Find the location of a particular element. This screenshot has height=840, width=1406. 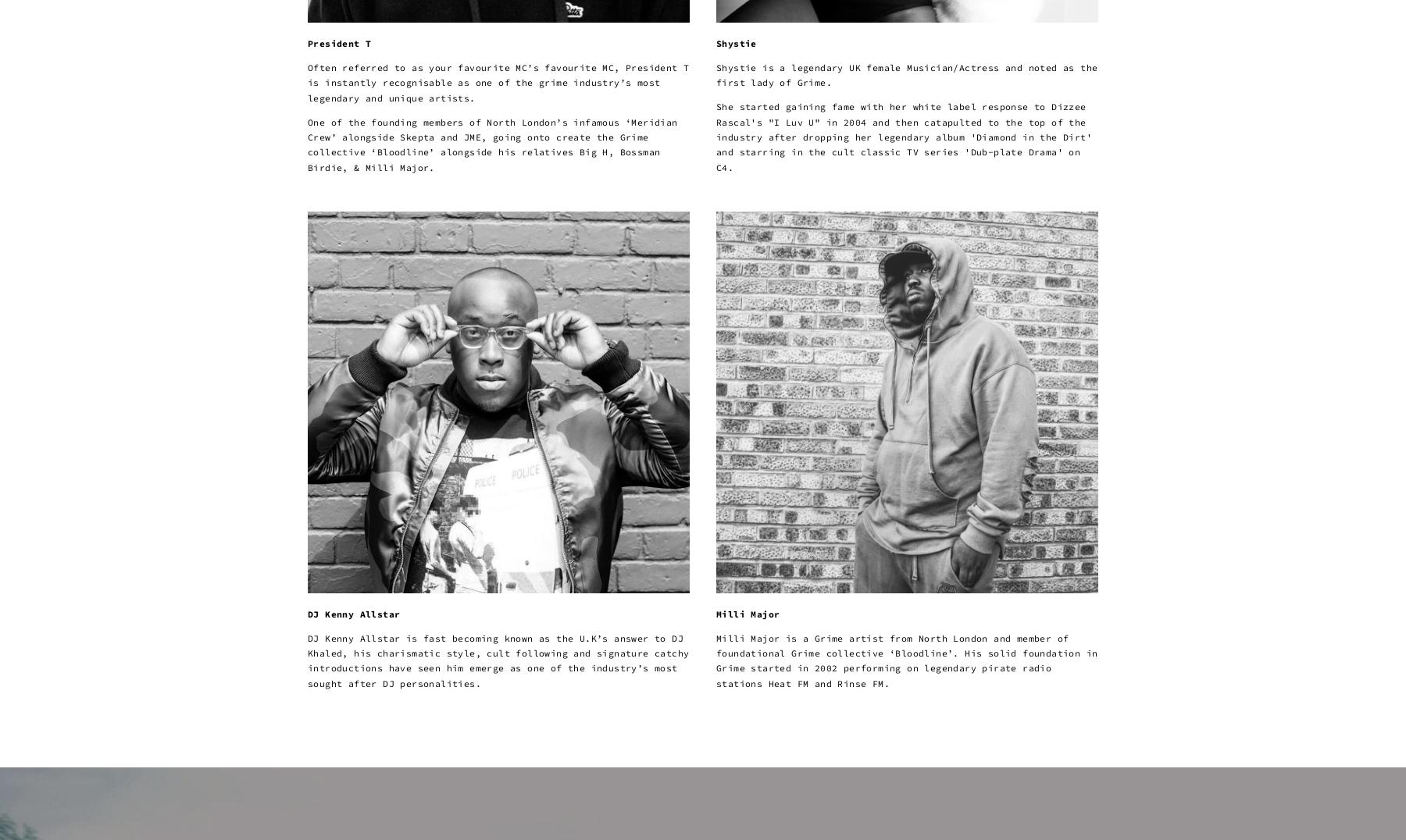

'She started gaining fame with her white label response to Dizzee Rascal's "I Luv U" in 2004 and then catapulted to the top of the industry after dropping her legendary album 'Diamond in the Dirt' and starring in the cult classic TV series 'Dub-plate Drama' on C4.' is located at coordinates (903, 137).